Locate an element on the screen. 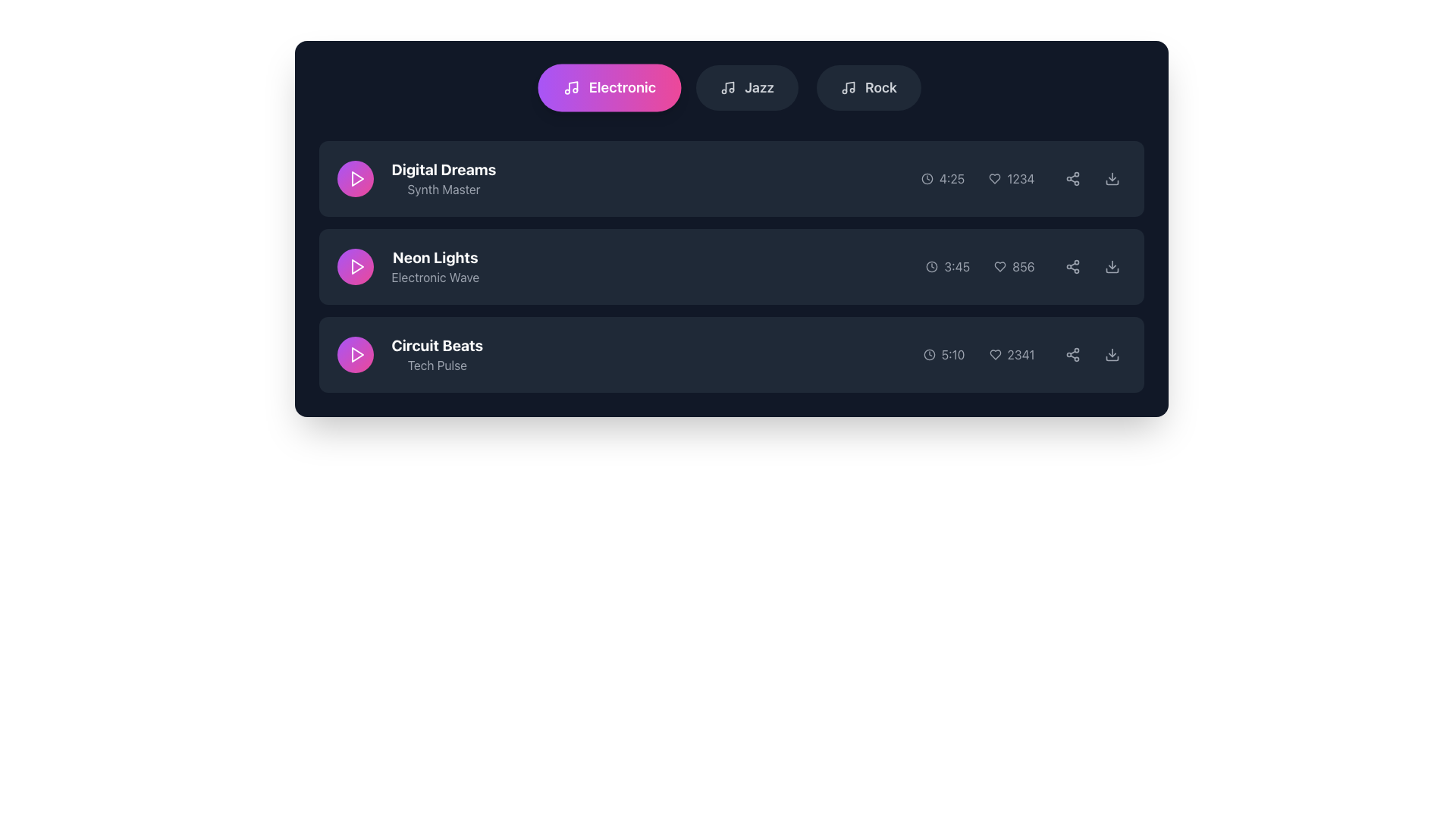  the SVG Circle element that is part of the clock icon, positioned adjacent to the text '3:45' under the 'Neon Lights' track entry is located at coordinates (931, 265).